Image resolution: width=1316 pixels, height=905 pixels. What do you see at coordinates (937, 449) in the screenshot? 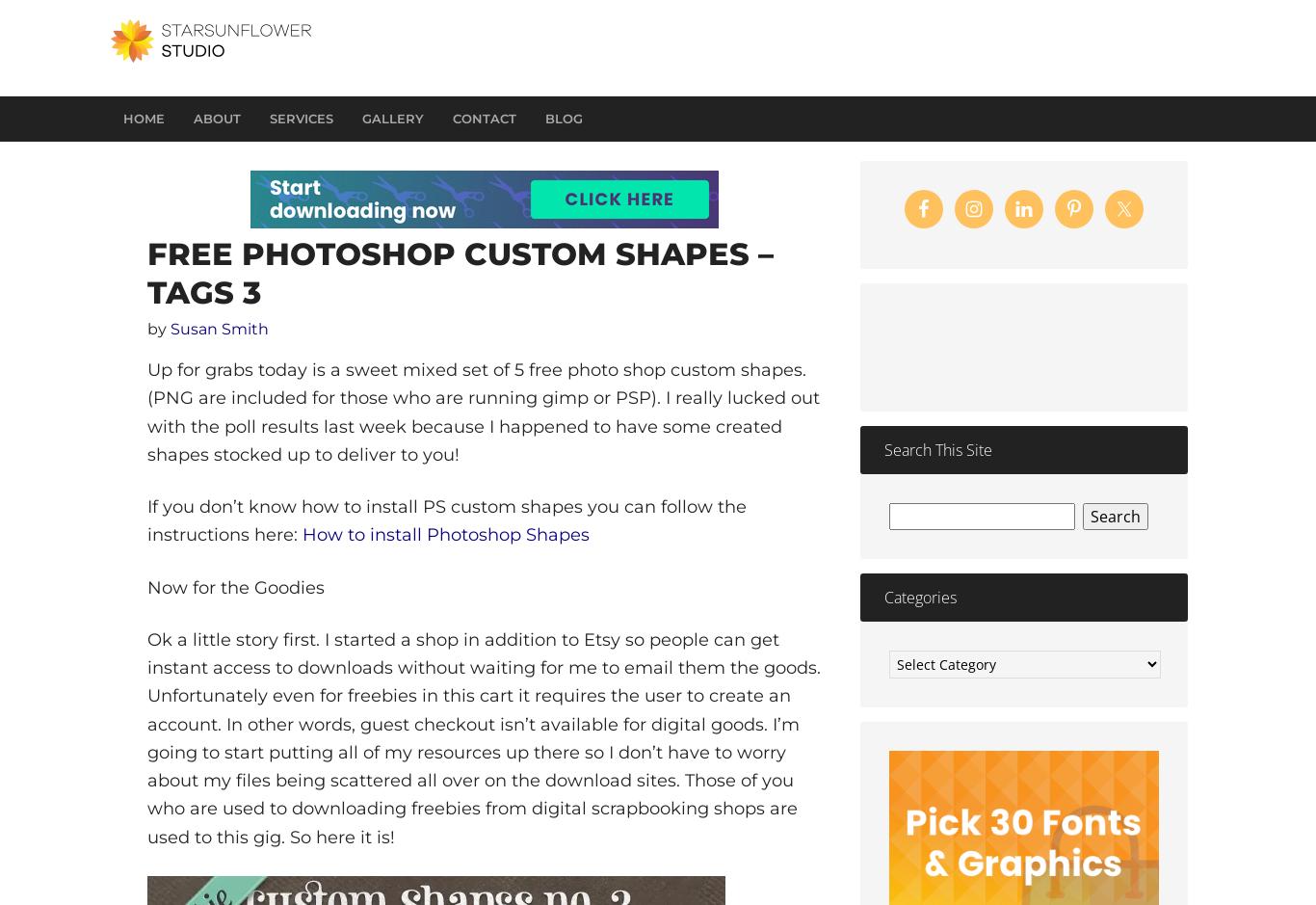
I see `'Search This Site'` at bounding box center [937, 449].